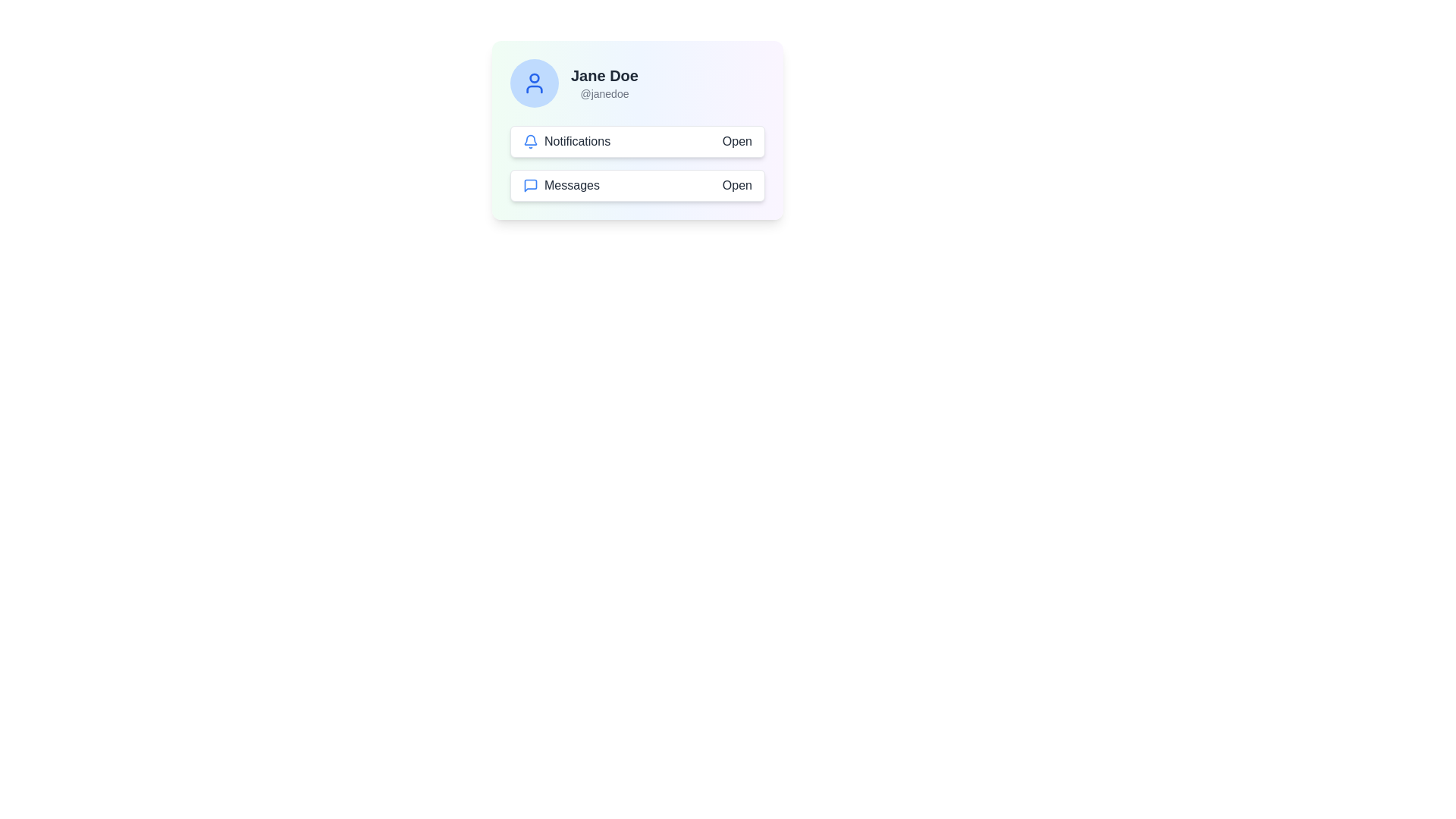 The height and width of the screenshot is (819, 1456). What do you see at coordinates (535, 78) in the screenshot?
I see `the circular icon representing the head in the user avatar's profile card, located at the top left above the username 'Jane Doe.'` at bounding box center [535, 78].